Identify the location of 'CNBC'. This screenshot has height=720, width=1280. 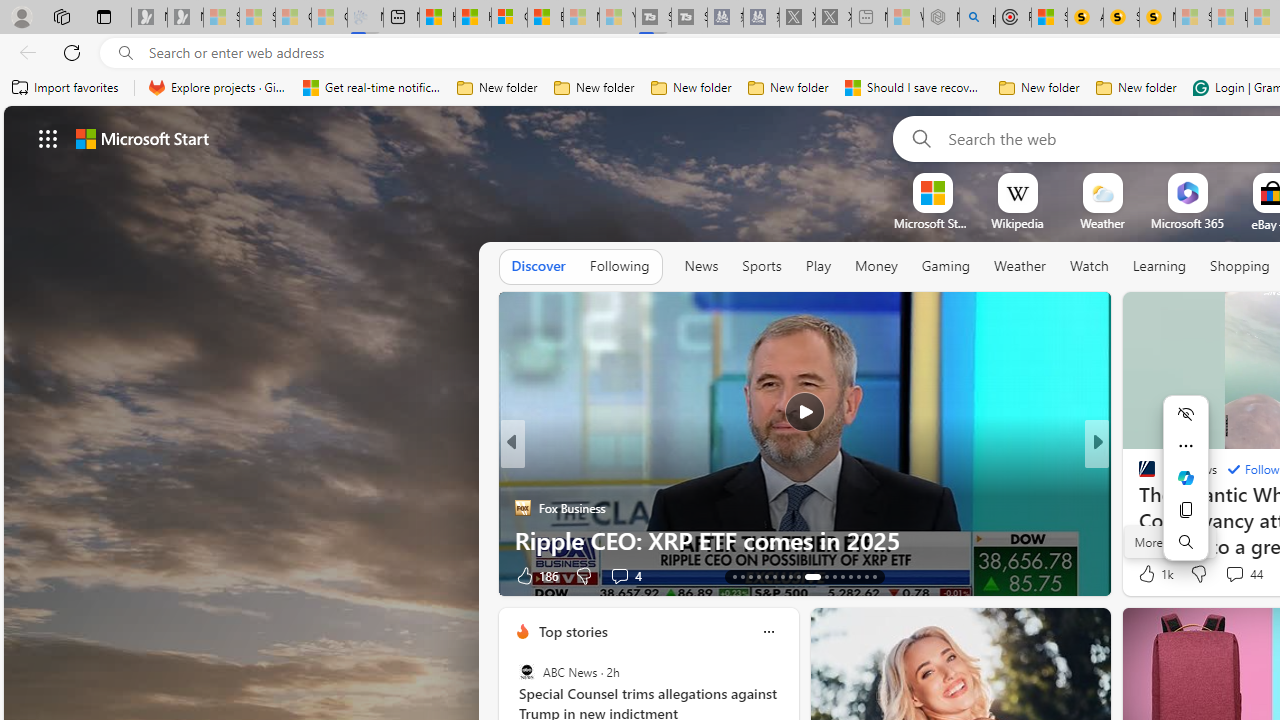
(1138, 475).